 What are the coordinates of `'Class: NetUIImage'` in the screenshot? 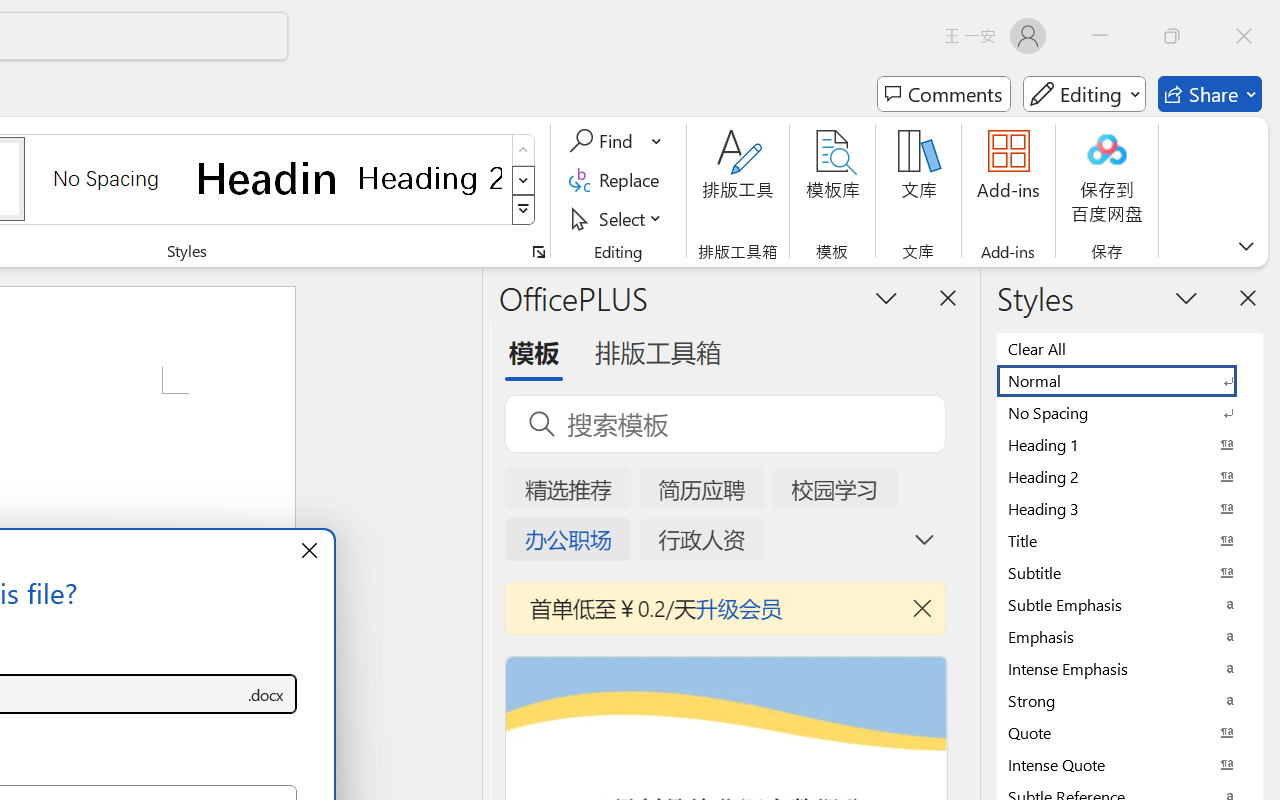 It's located at (524, 210).